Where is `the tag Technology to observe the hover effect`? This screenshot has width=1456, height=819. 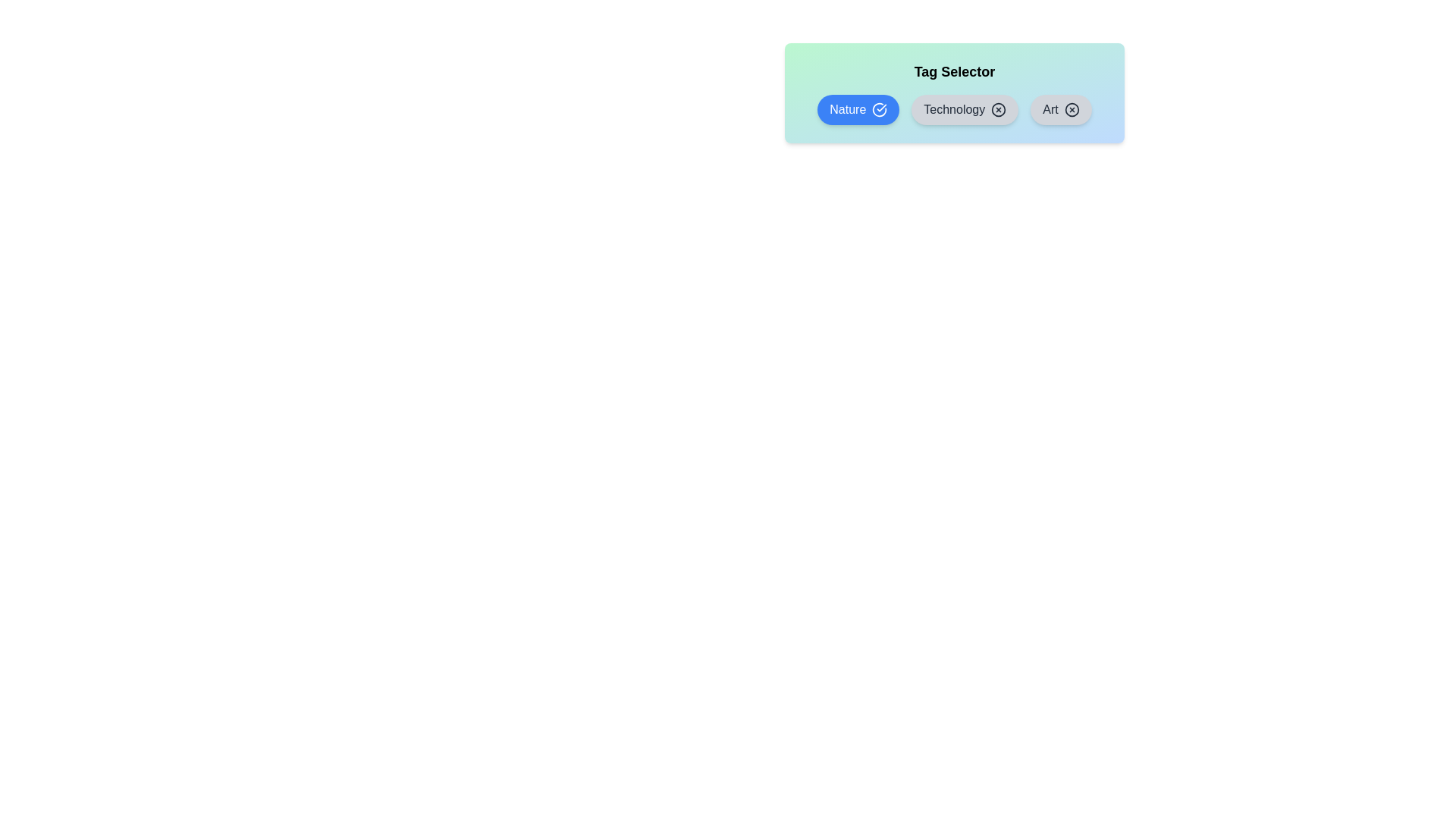
the tag Technology to observe the hover effect is located at coordinates (964, 109).